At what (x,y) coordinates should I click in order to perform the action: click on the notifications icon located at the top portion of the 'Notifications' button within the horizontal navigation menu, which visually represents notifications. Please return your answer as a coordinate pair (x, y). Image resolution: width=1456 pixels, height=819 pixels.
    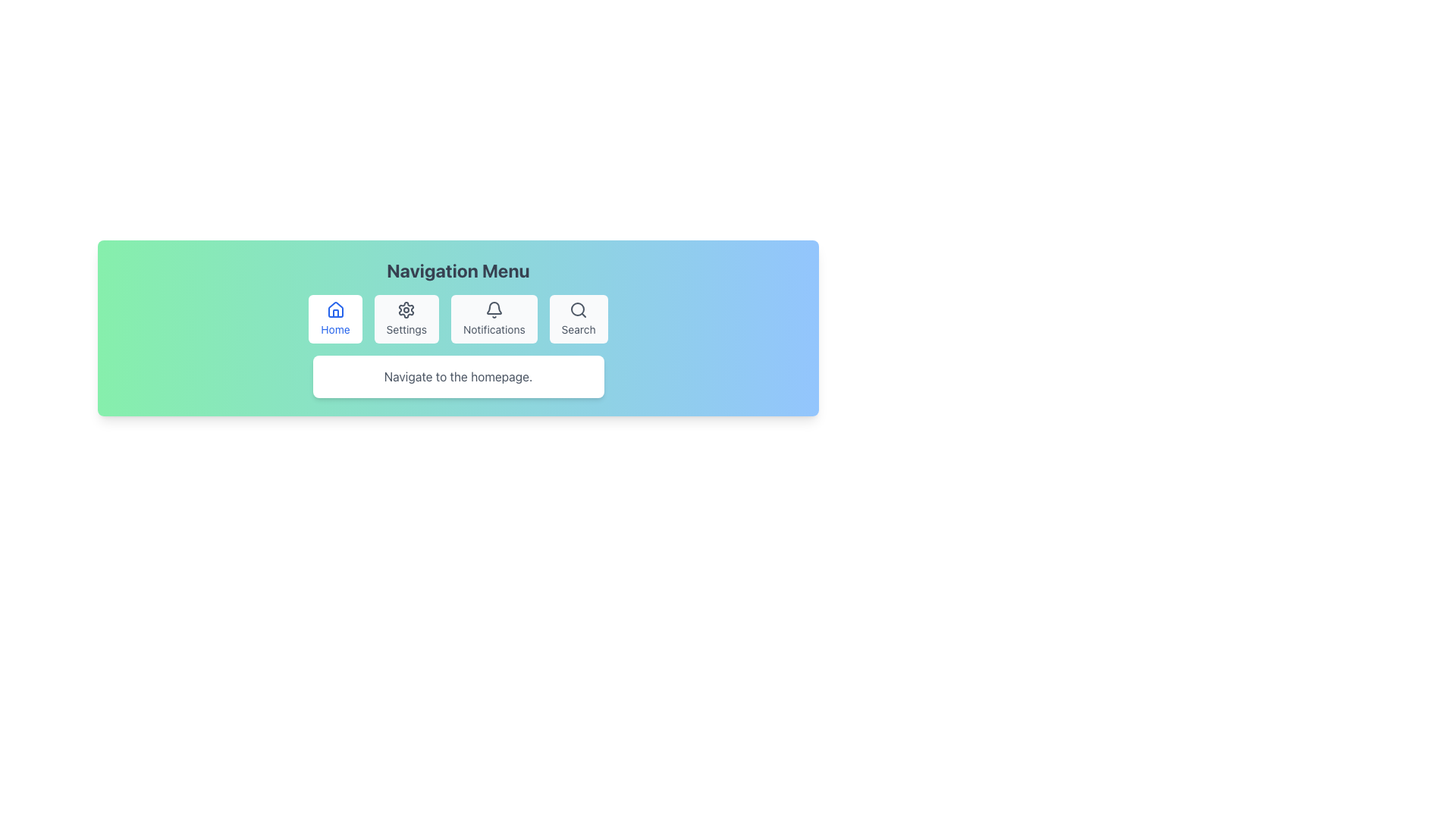
    Looking at the image, I should click on (494, 309).